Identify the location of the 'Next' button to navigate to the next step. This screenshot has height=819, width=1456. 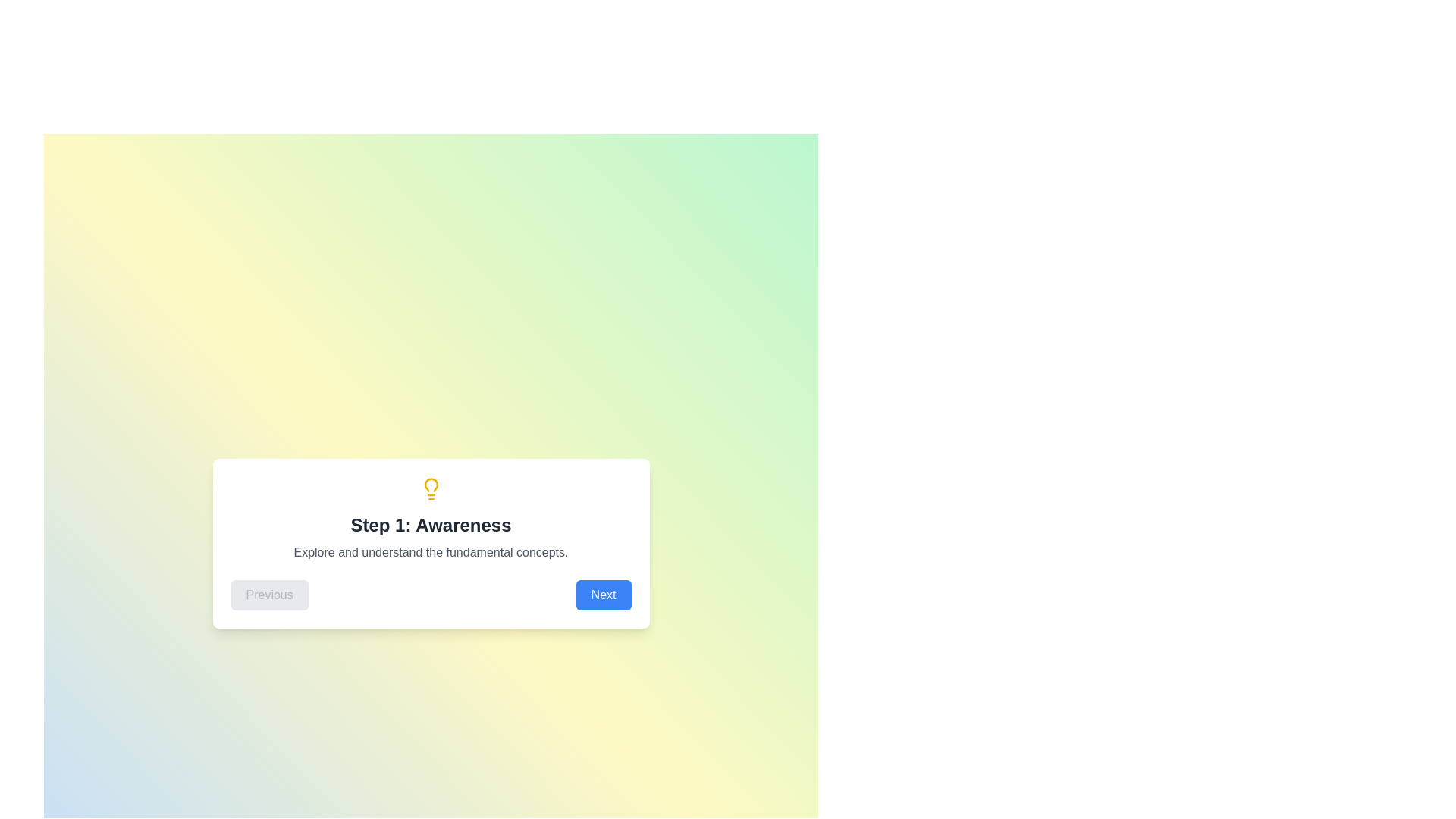
(603, 595).